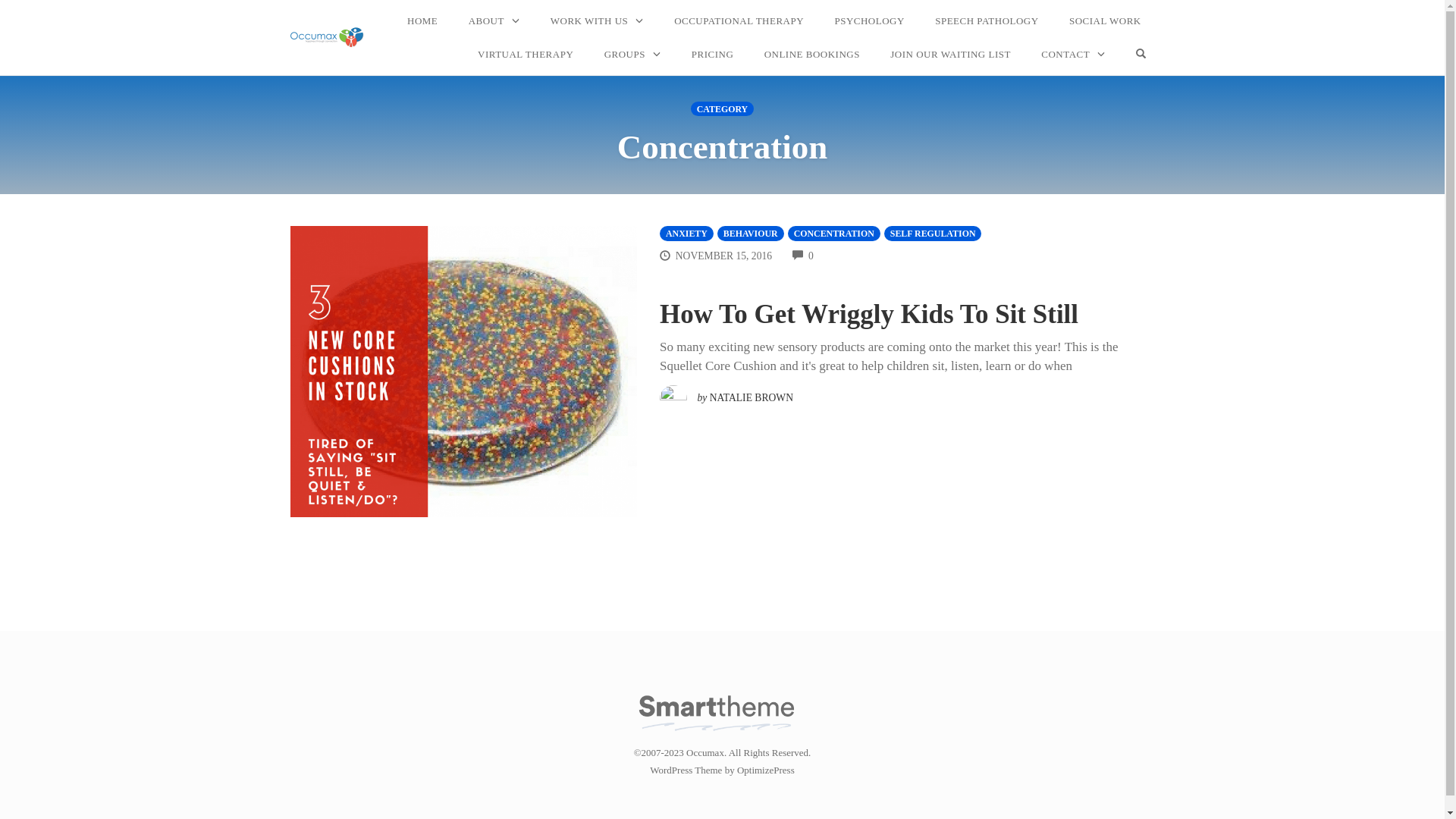 This screenshot has width=1456, height=819. Describe the element at coordinates (326, 36) in the screenshot. I see `'Occumax'` at that location.